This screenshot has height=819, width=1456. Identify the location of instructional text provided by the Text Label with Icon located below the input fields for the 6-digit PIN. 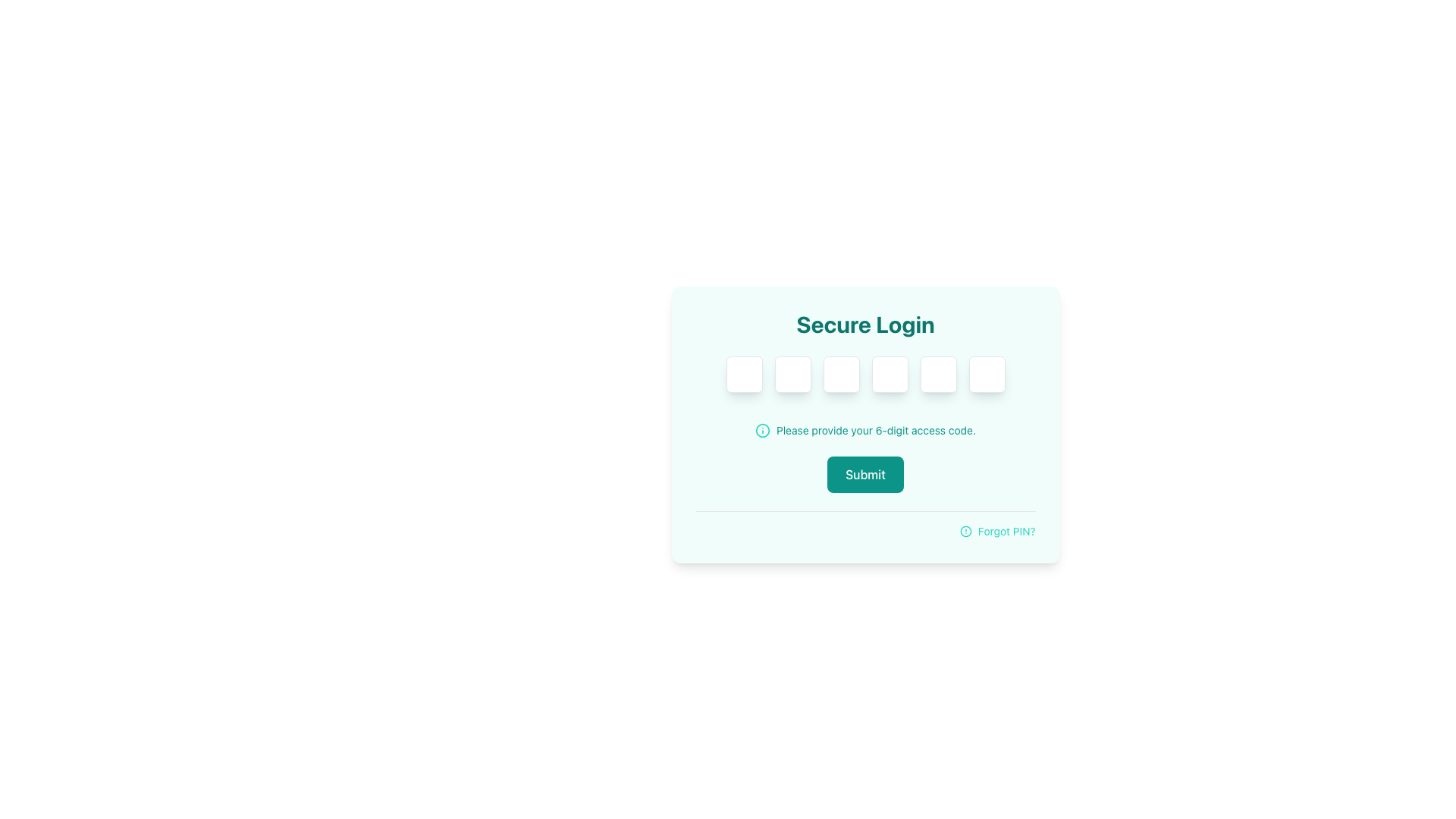
(865, 430).